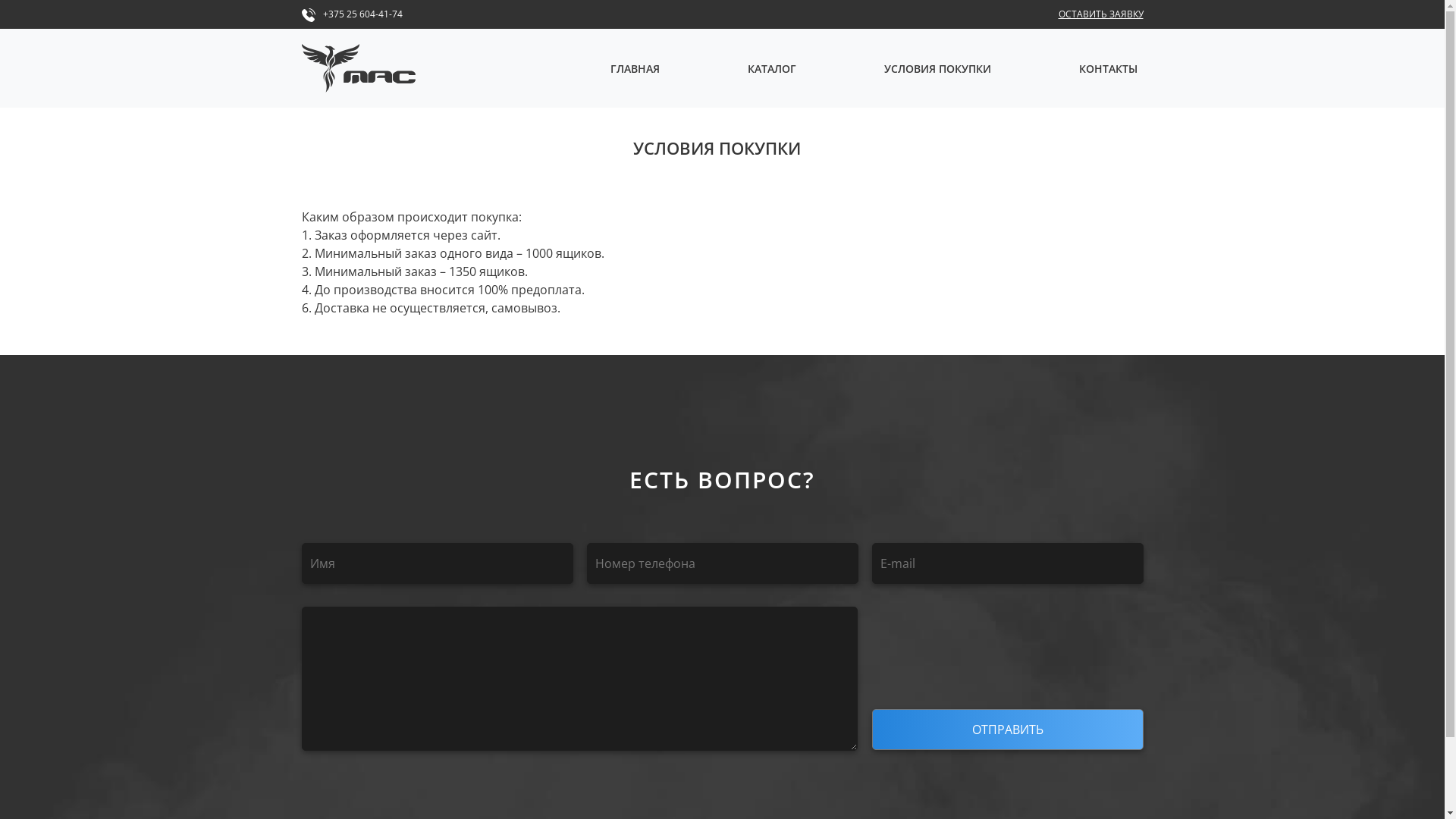  I want to click on '+375 25 604-41-74', so click(362, 14).